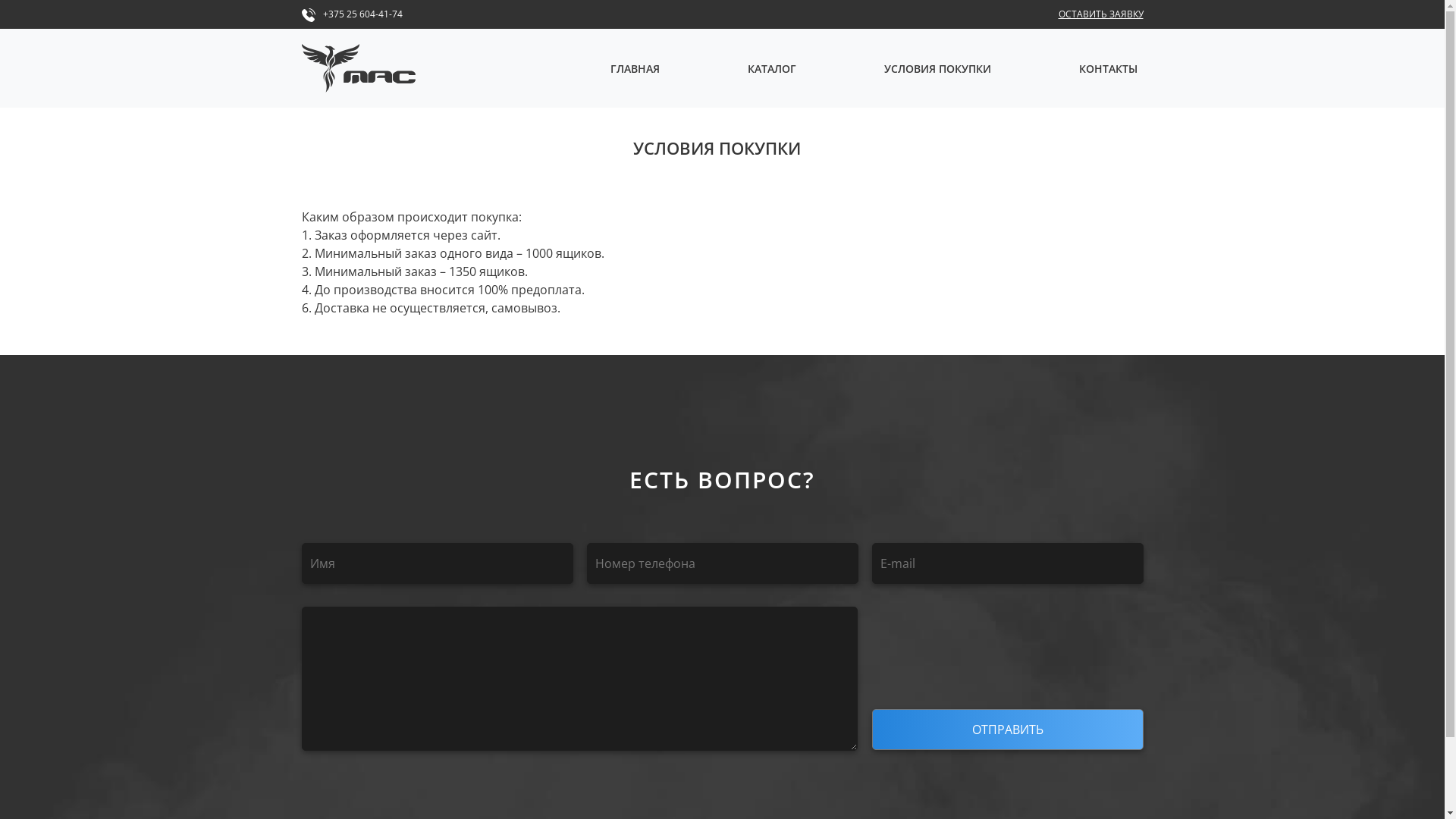  I want to click on '+375 25 604-41-74', so click(362, 14).